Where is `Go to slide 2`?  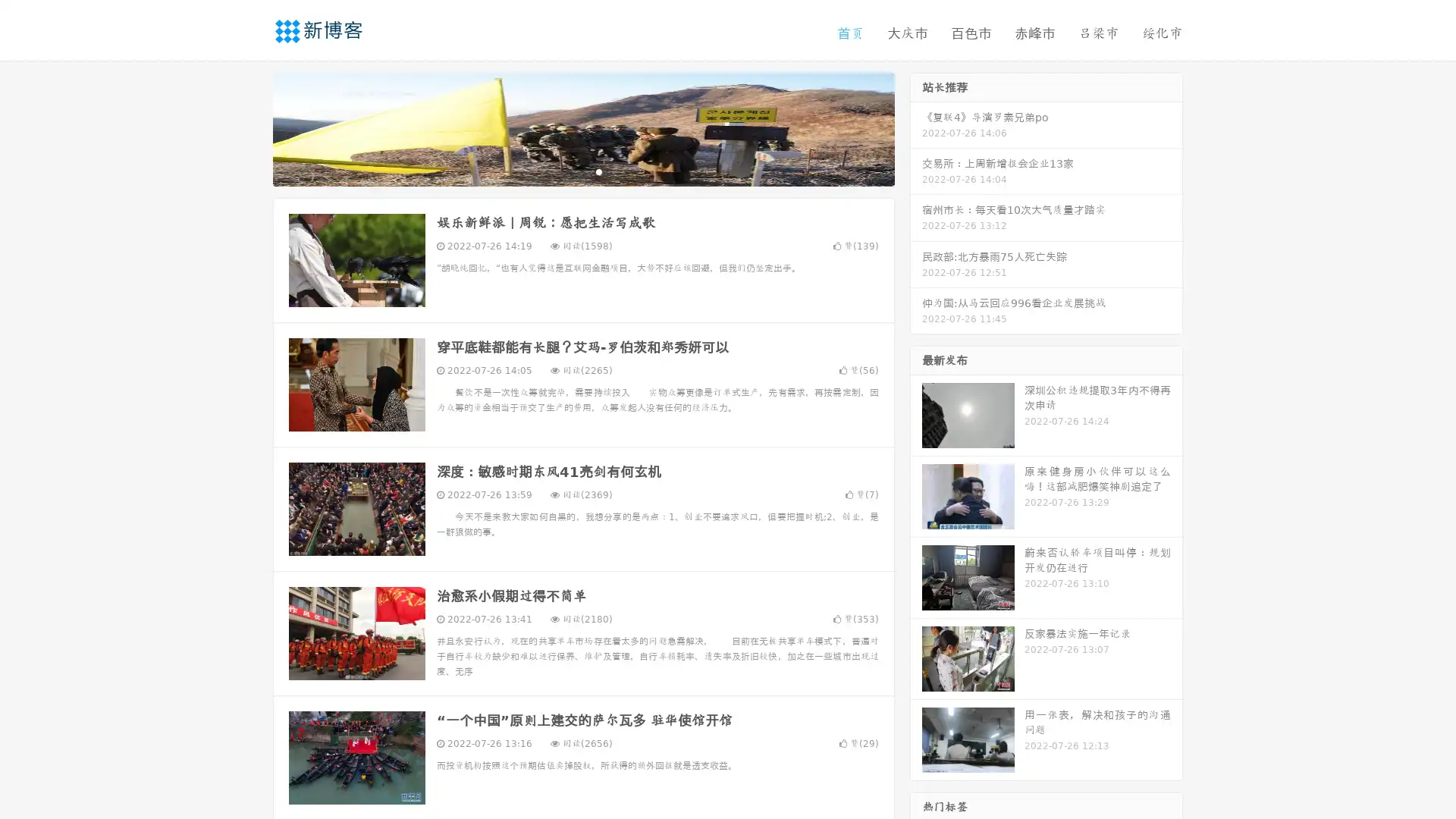 Go to slide 2 is located at coordinates (582, 171).